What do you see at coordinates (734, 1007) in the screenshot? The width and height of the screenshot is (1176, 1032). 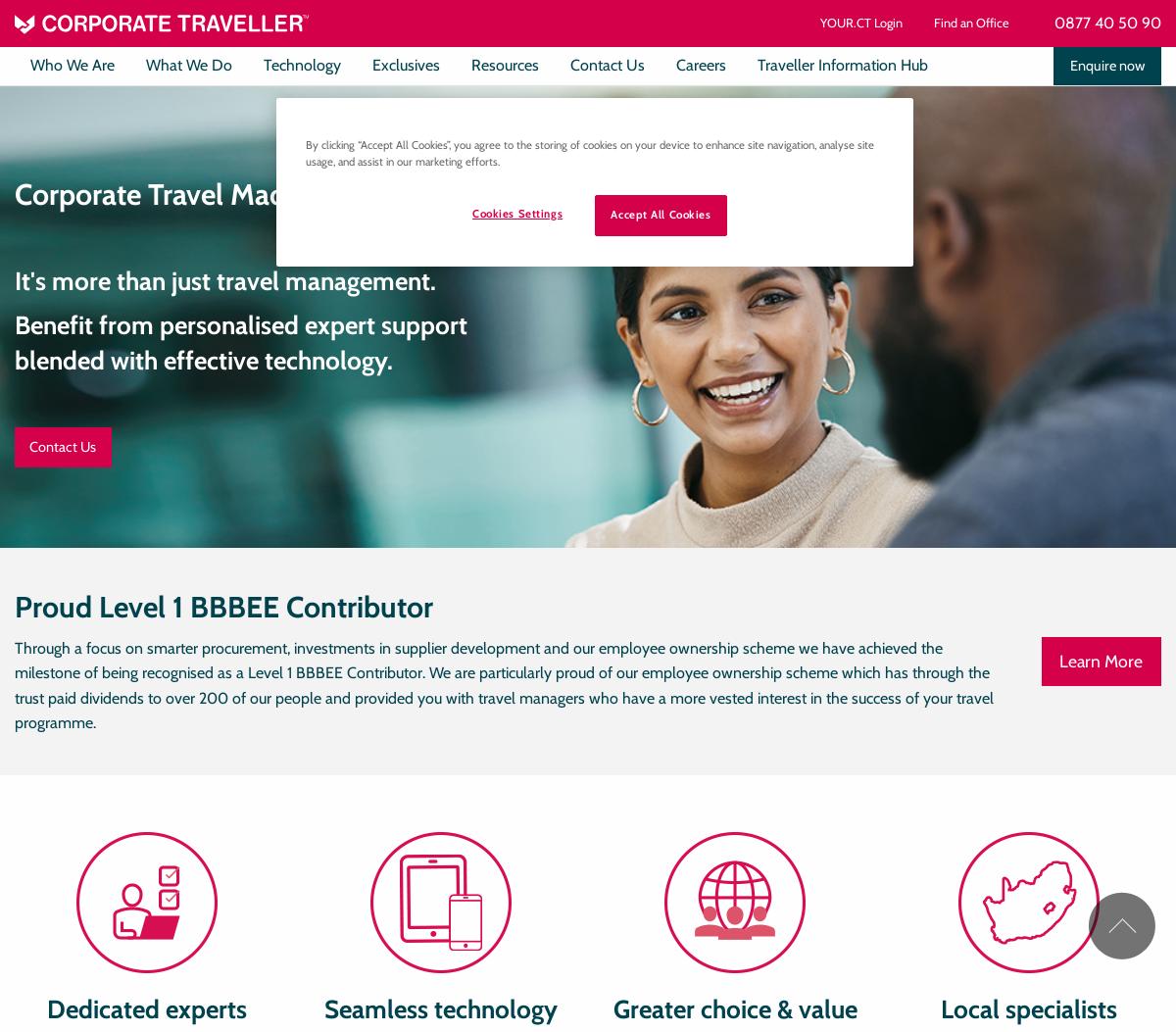 I see `'Greater choice & value'` at bounding box center [734, 1007].